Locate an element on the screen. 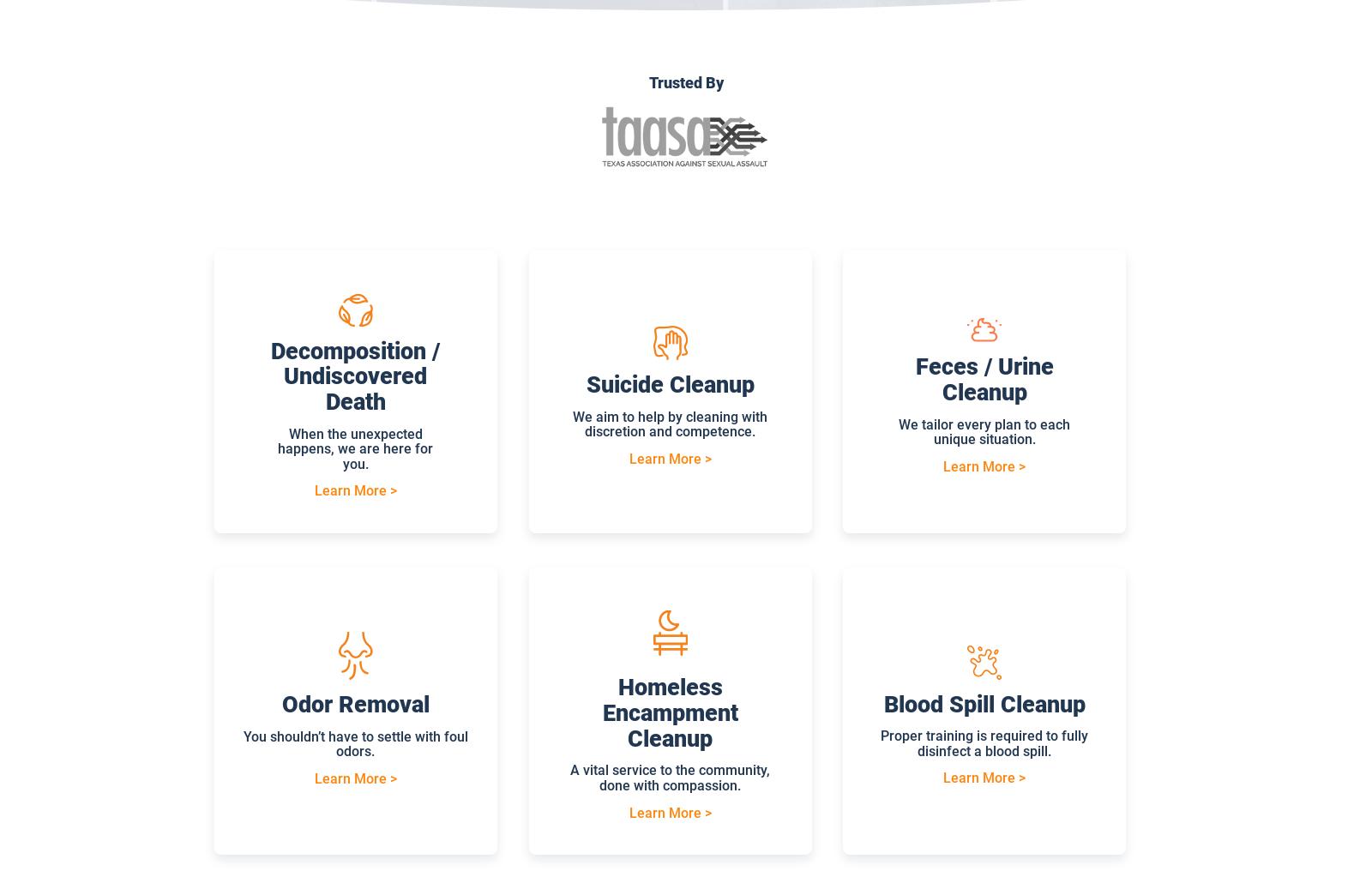  'When the unexpected happens, we are here for you.' is located at coordinates (354, 448).